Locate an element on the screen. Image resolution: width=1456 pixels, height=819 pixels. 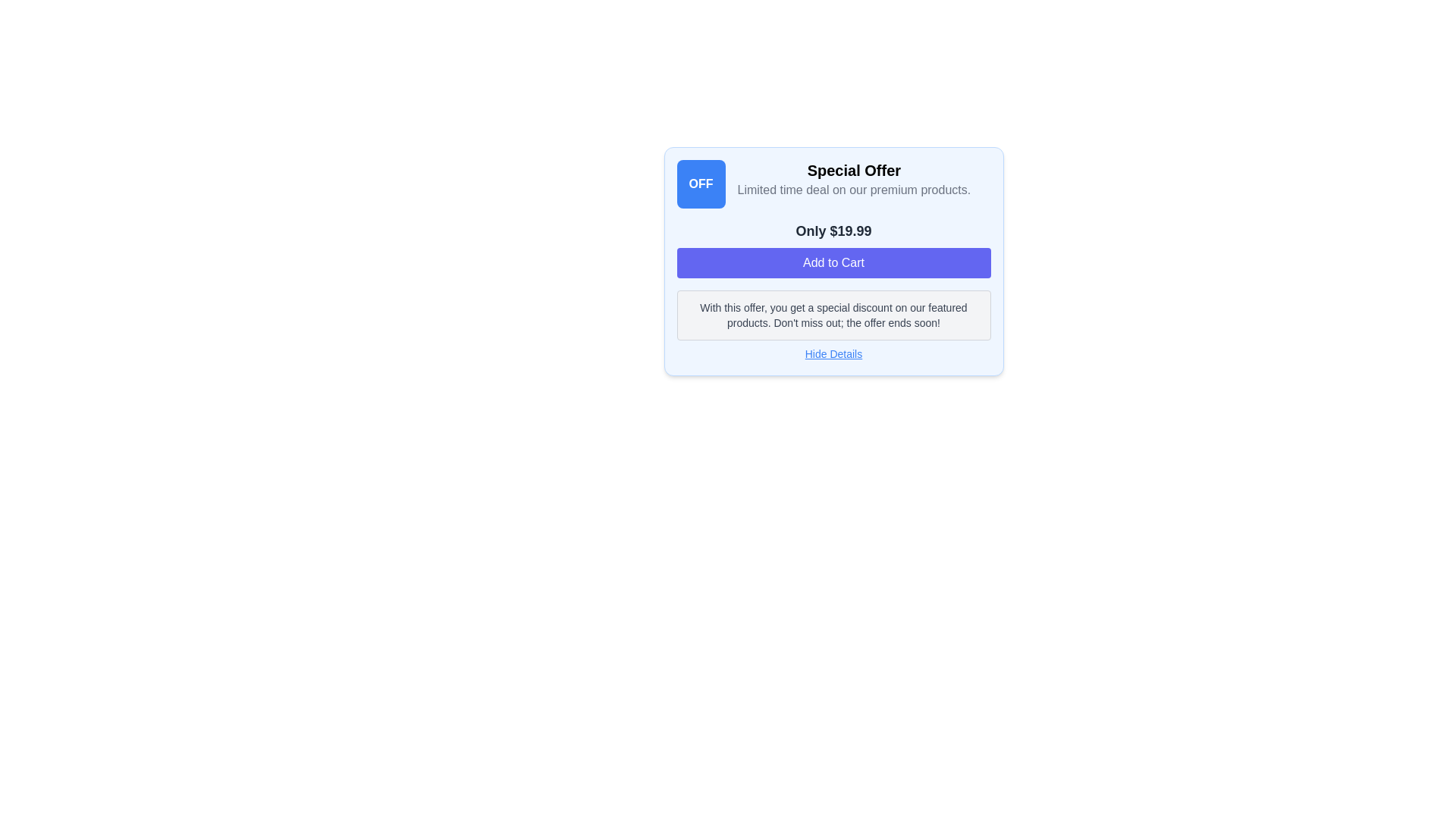
the button located within the composite element that displays the product price is located at coordinates (833, 248).